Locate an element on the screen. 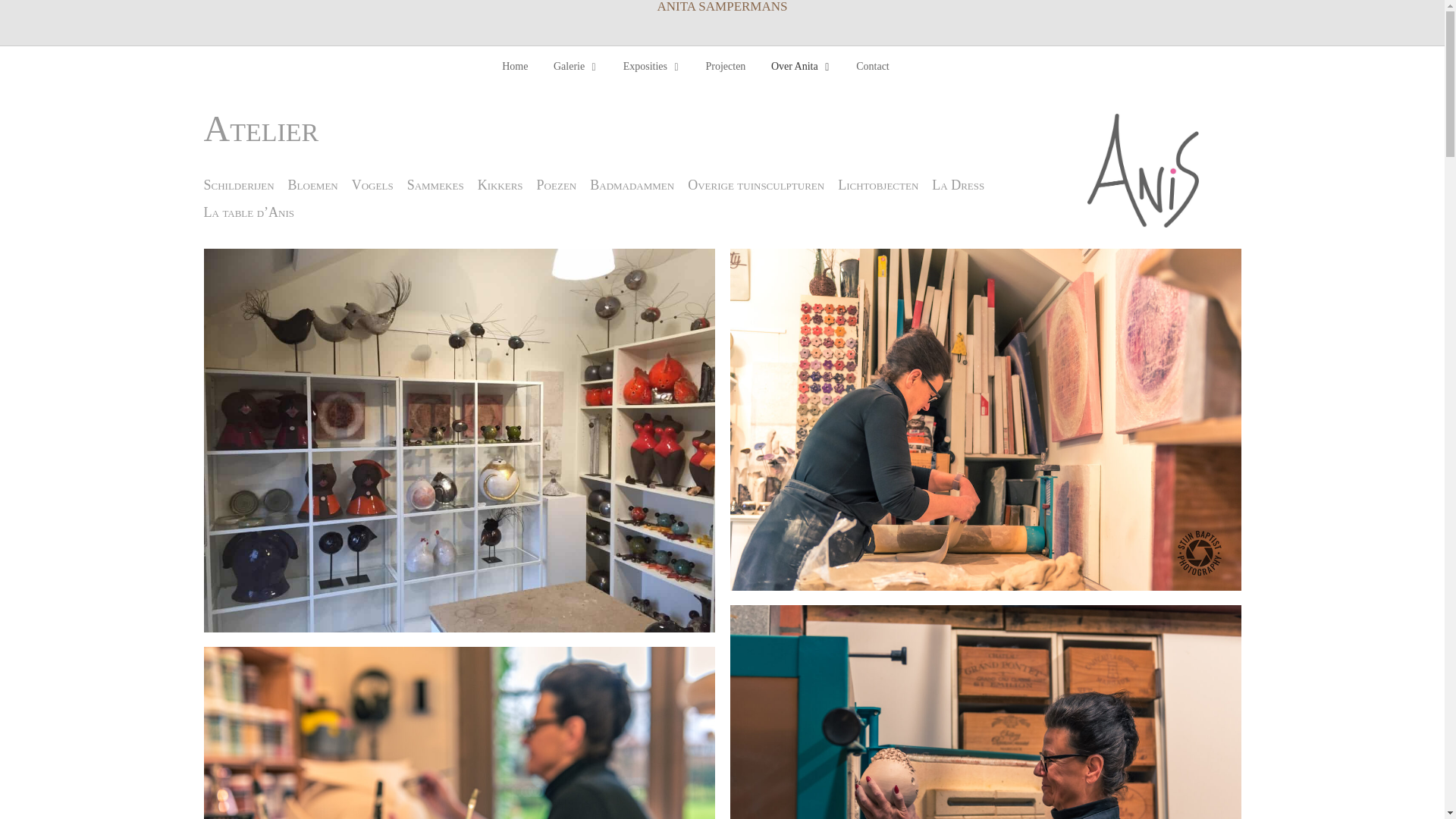 The image size is (1456, 819). 'Projecten' is located at coordinates (725, 66).